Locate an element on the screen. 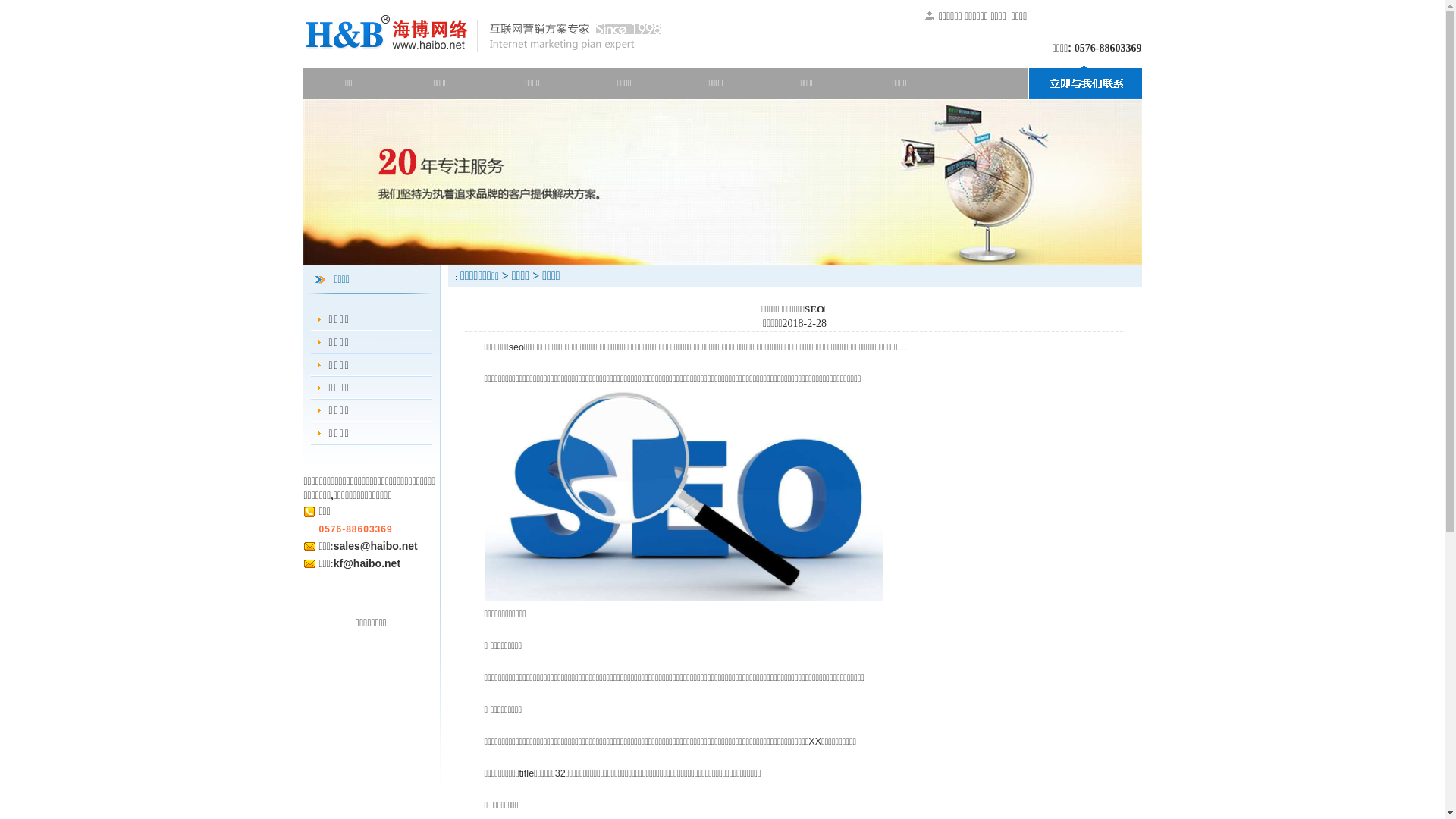 The image size is (1456, 819). 'kf@haibo.net' is located at coordinates (367, 563).